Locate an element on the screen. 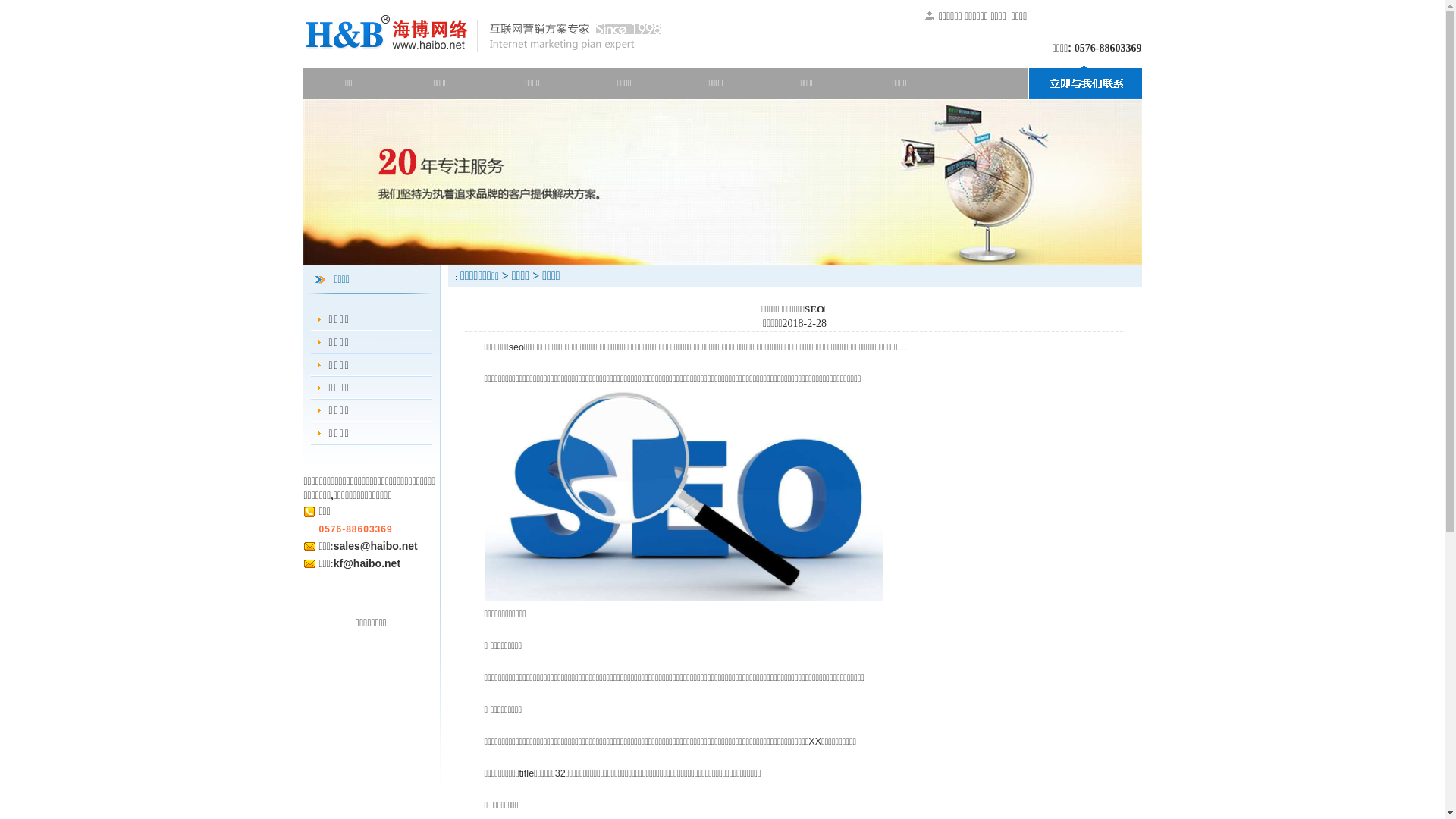 The image size is (1456, 819). 'kf@haibo.net' is located at coordinates (367, 563).